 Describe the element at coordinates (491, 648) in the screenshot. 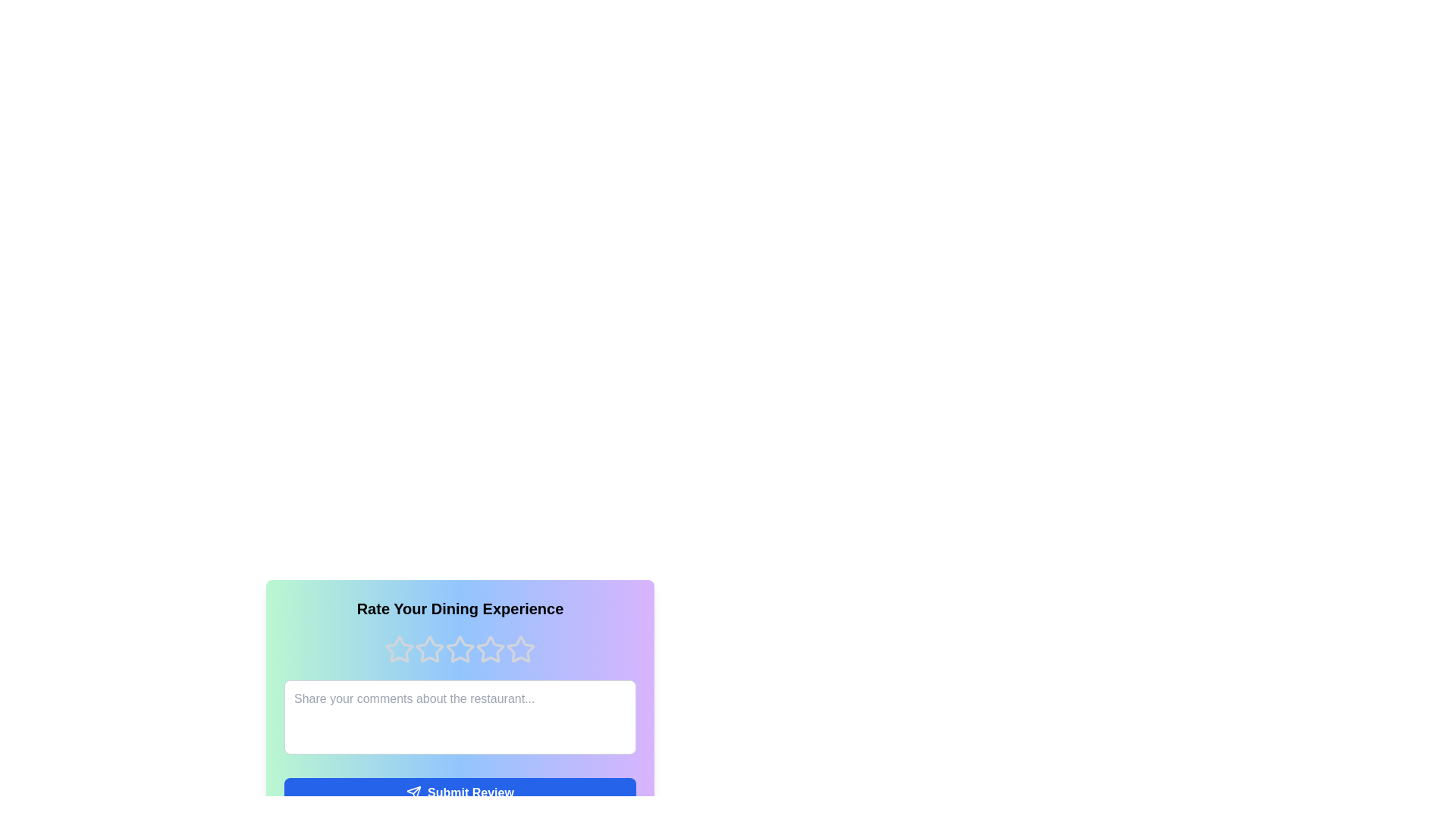

I see `the fourth rating star` at that location.